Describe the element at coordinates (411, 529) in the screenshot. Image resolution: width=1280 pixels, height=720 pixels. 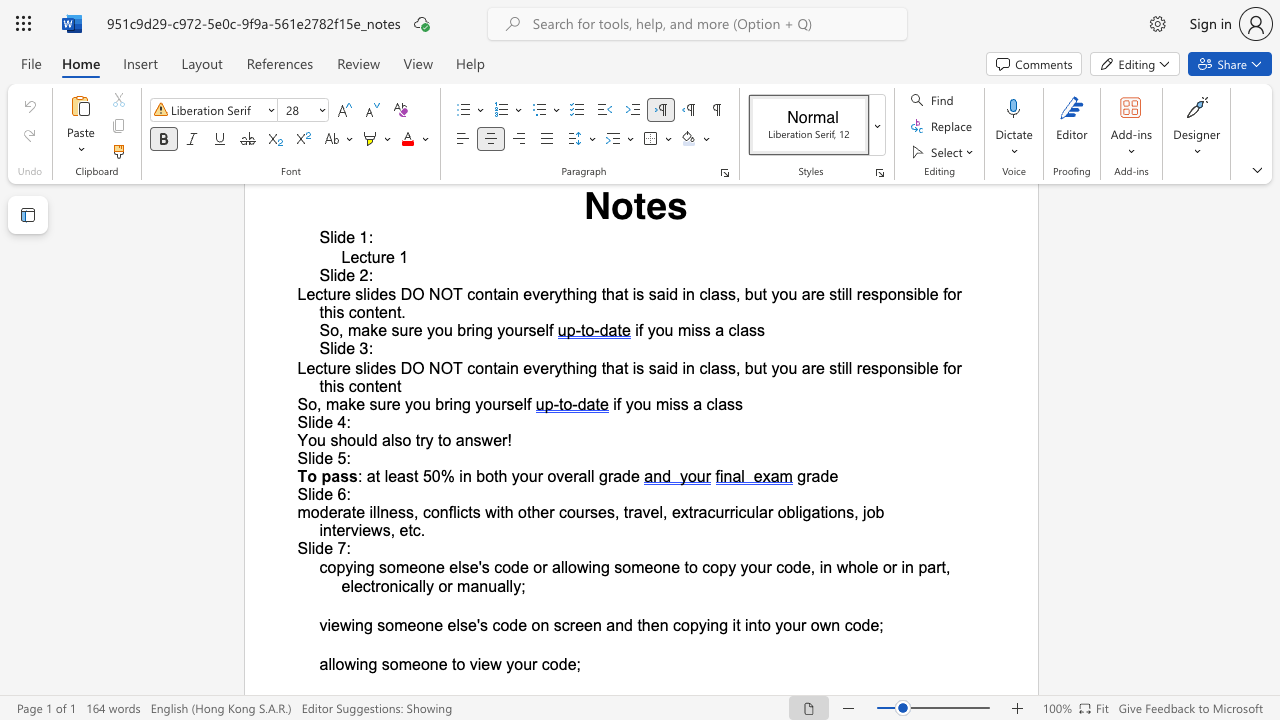
I see `the subset text "c." within the text "moderate illness, conflicts with other courses, travel, extracurricular obligations, job interviews, etc."` at that location.